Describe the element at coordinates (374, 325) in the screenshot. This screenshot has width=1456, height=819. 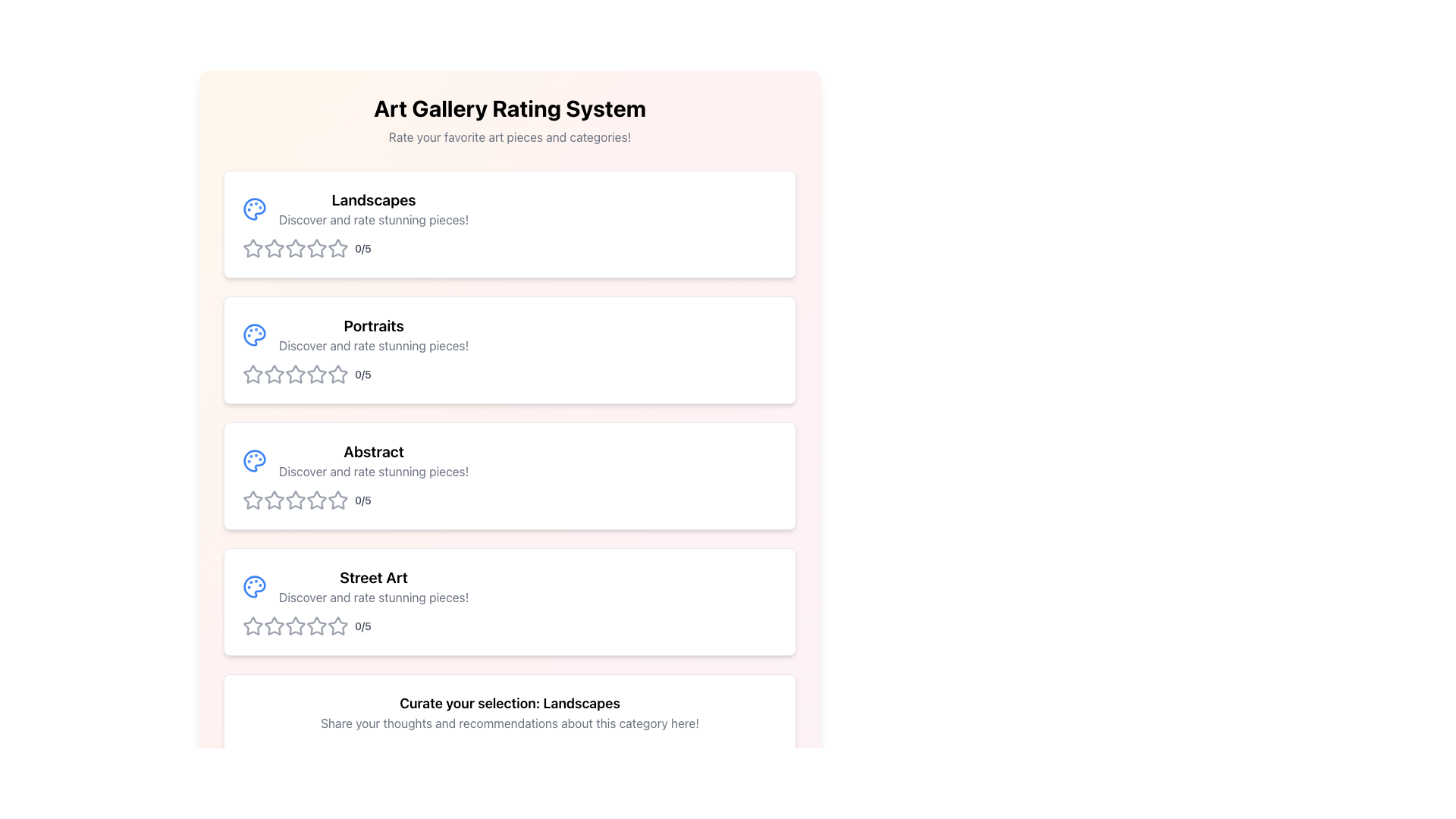
I see `the Text Label that serves as the header title for the 'Portraits' category, indicating the type of artwork displayed in this section` at that location.